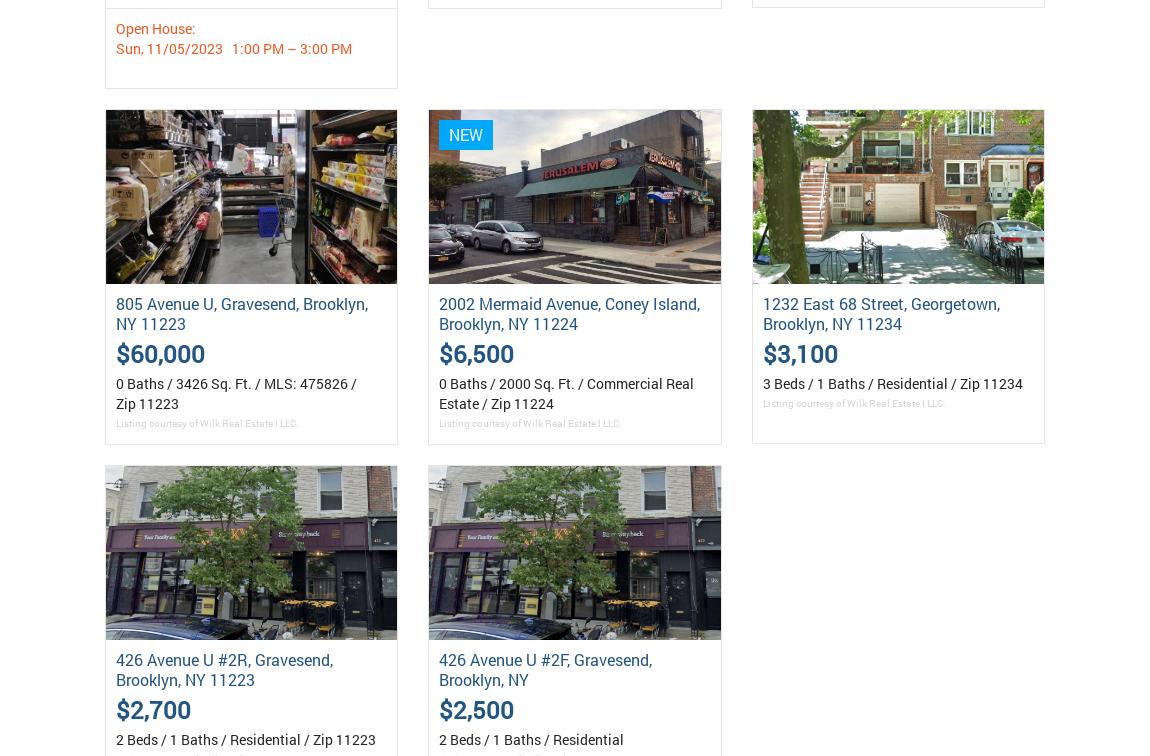 The height and width of the screenshot is (756, 1150). I want to click on '2 Beds / 1 Baths / Residential', so click(531, 738).